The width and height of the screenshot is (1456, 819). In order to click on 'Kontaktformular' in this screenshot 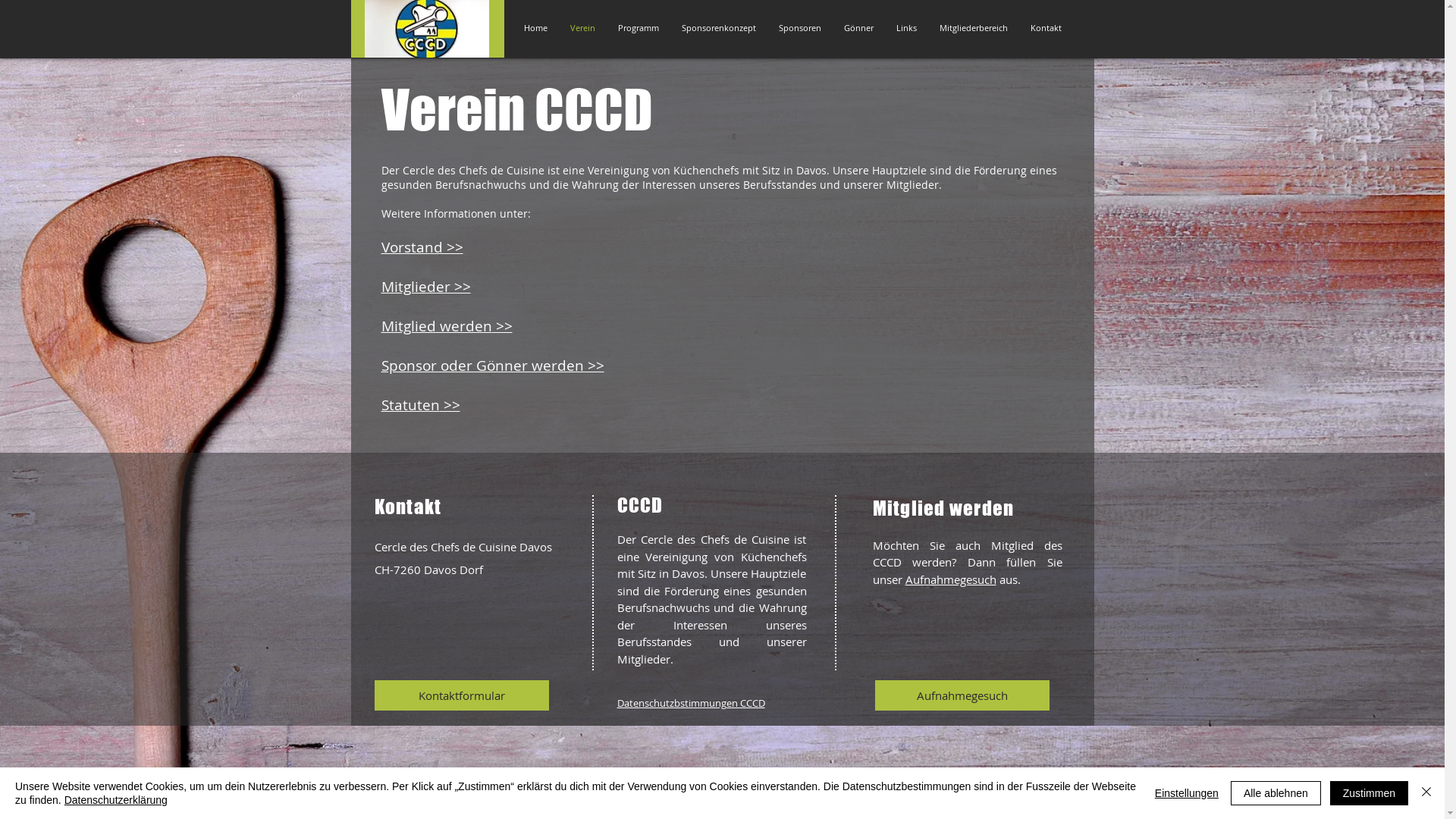, I will do `click(461, 695)`.